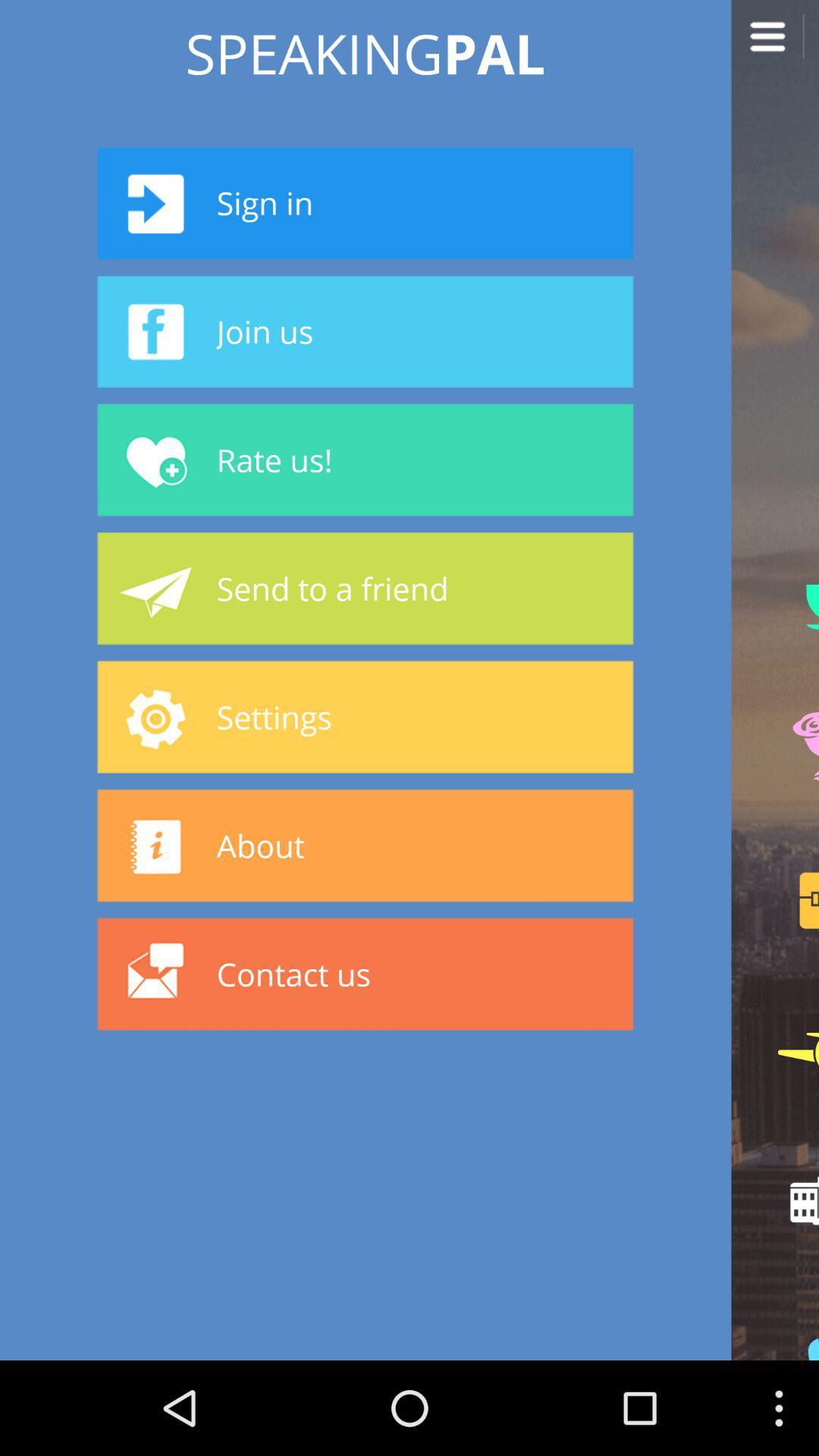 This screenshot has height=1456, width=819. Describe the element at coordinates (775, 43) in the screenshot. I see `open menu` at that location.